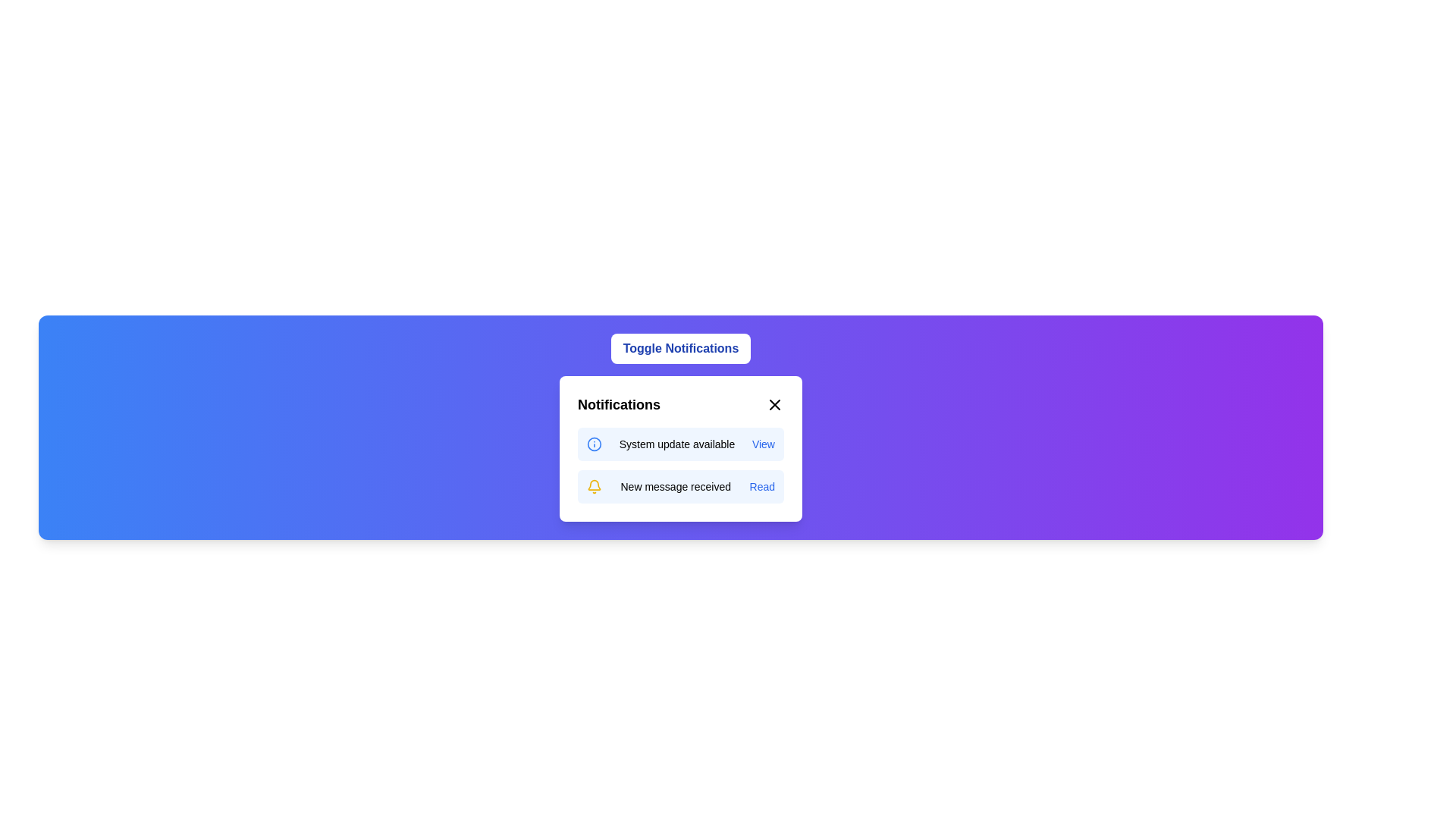 The width and height of the screenshot is (1456, 819). Describe the element at coordinates (676, 444) in the screenshot. I see `the Text Label that serves as a notification about a system update, positioned centrally between an informational icon and the 'View' link in the 'Notifications' dropdown` at that location.